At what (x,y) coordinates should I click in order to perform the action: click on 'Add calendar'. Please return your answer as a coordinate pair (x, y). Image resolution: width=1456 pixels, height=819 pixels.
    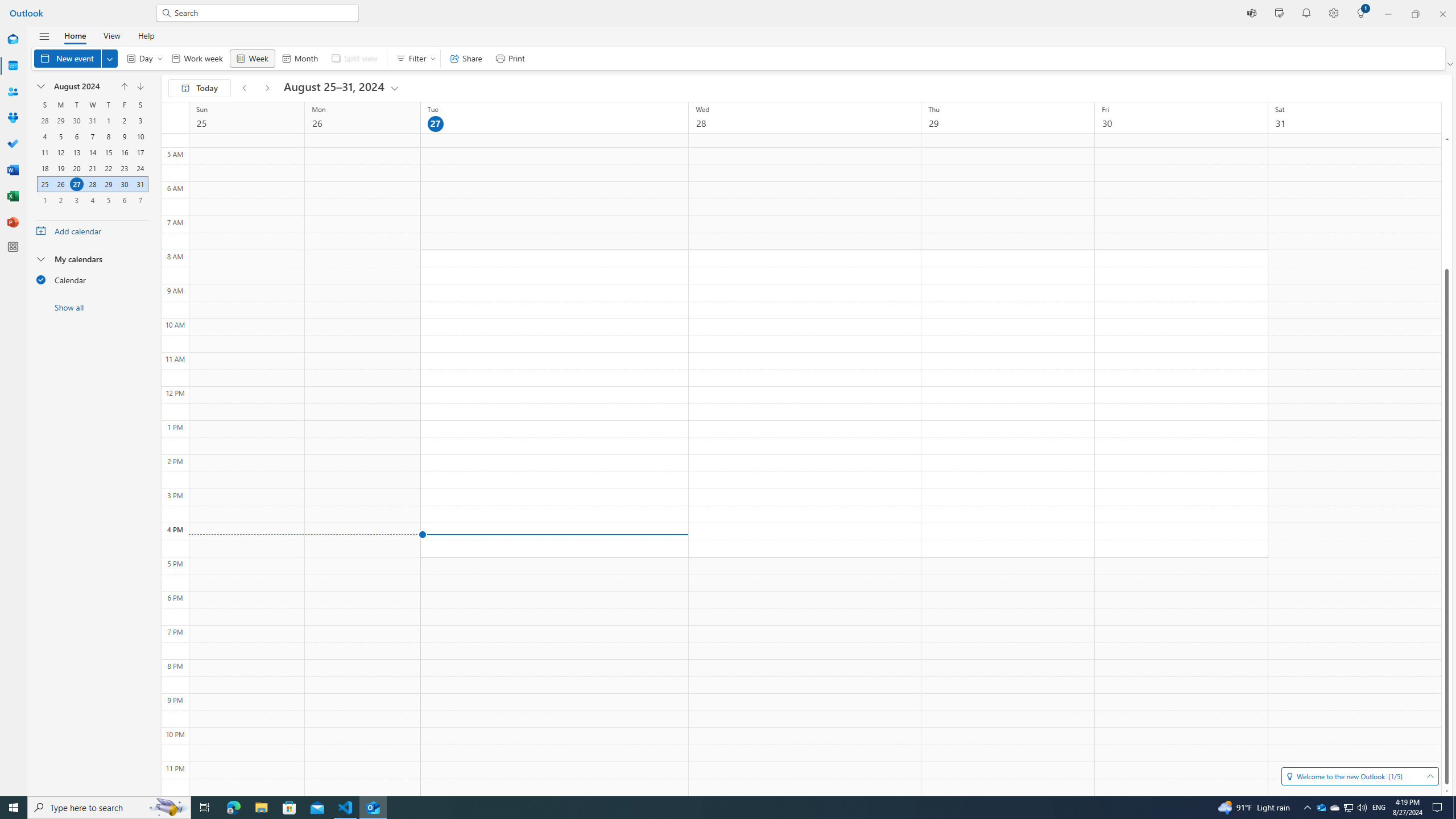
    Looking at the image, I should click on (92, 230).